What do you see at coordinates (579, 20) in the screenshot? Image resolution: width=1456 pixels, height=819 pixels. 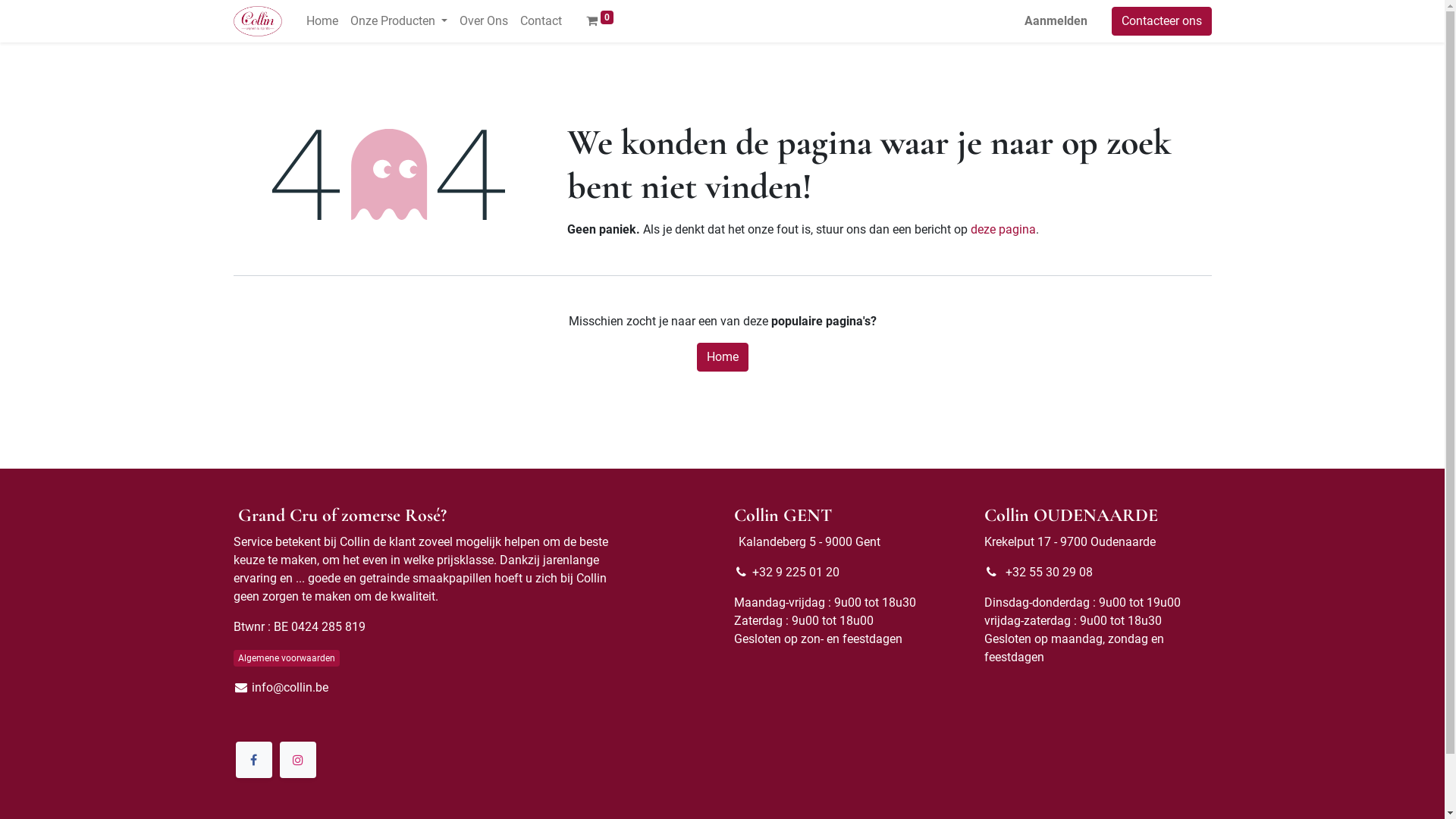 I see `'0'` at bounding box center [579, 20].